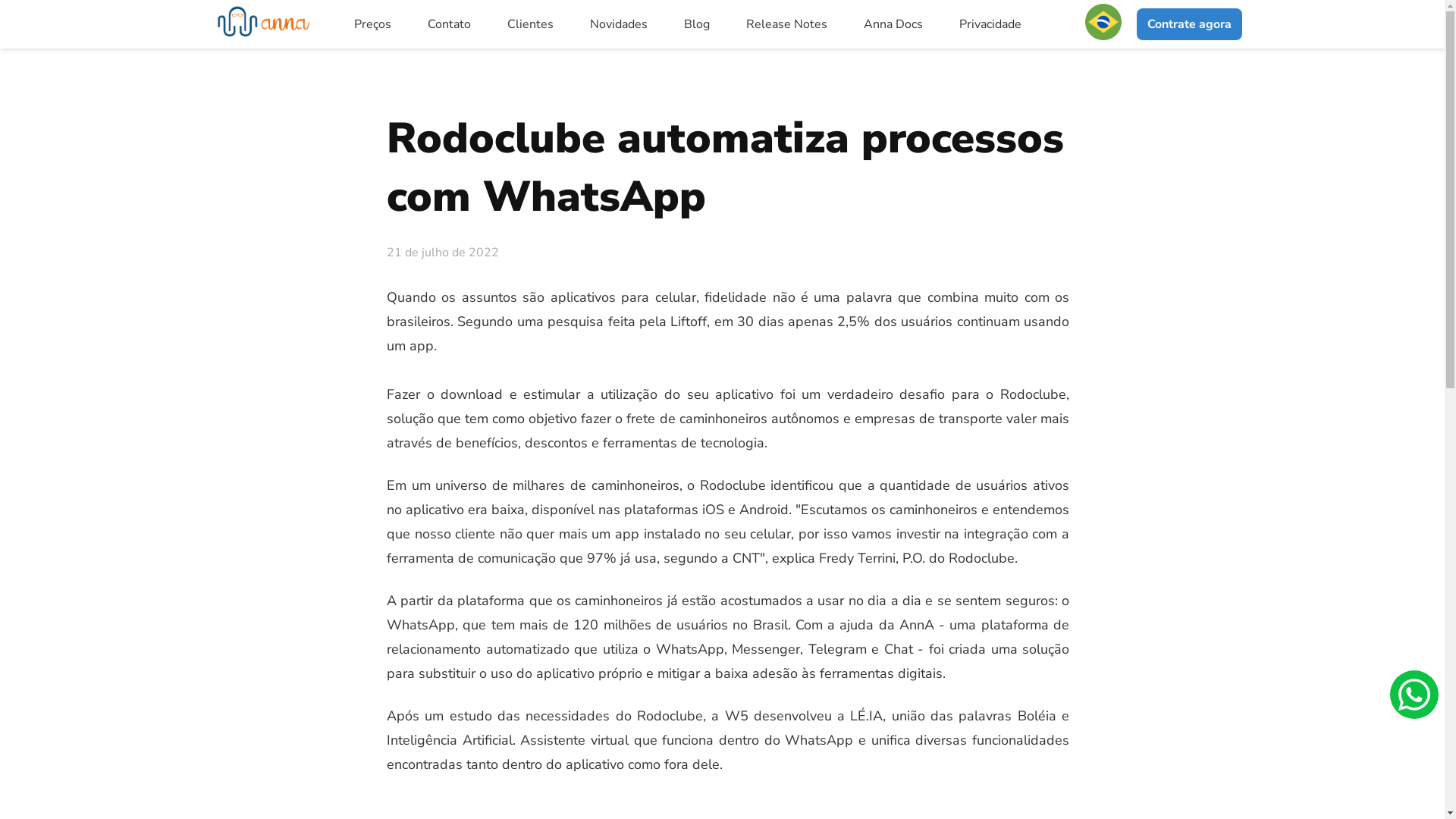  Describe the element at coordinates (1188, 24) in the screenshot. I see `'Contrate agora'` at that location.